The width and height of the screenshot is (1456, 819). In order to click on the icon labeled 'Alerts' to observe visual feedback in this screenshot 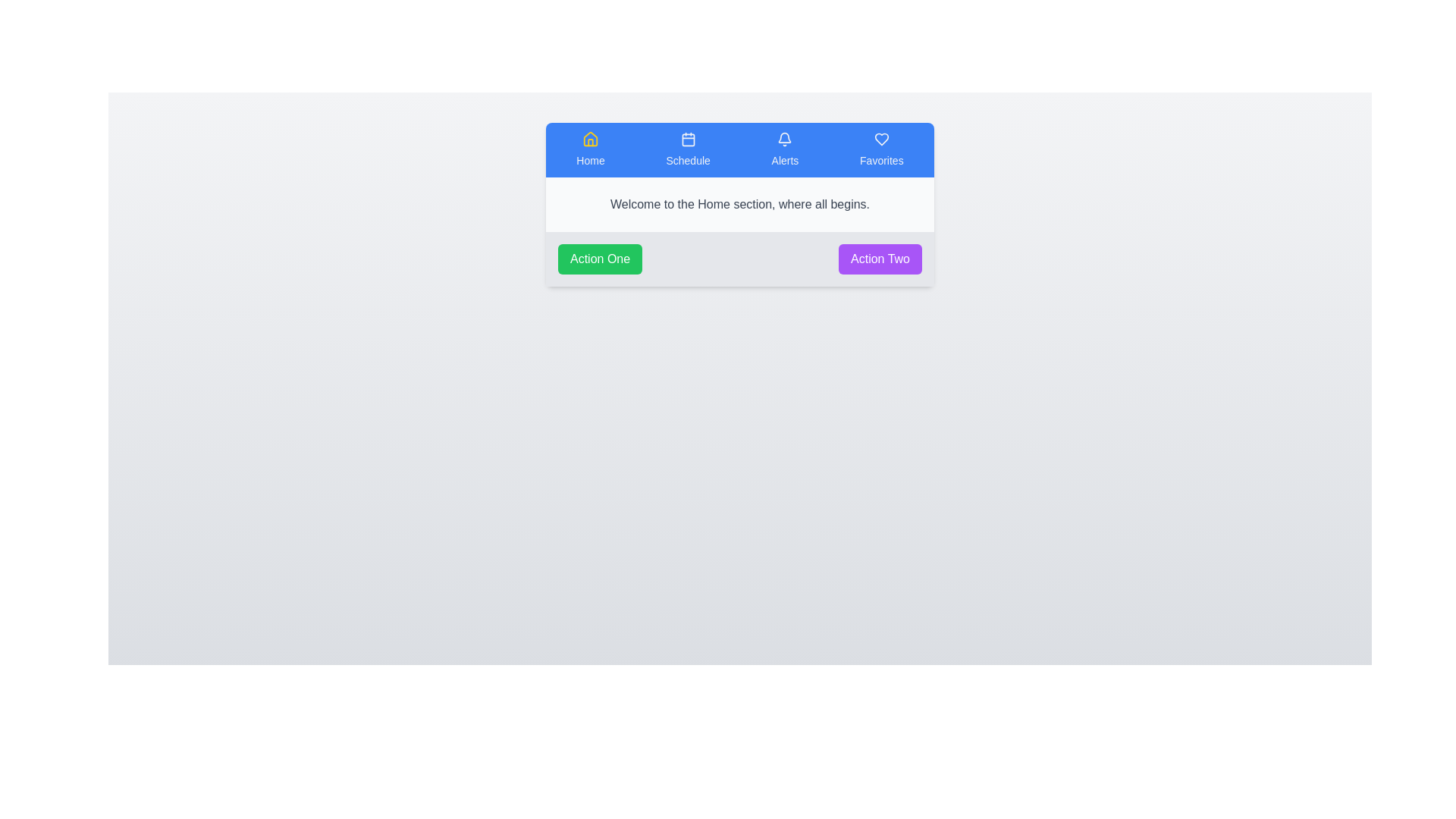, I will do `click(785, 149)`.